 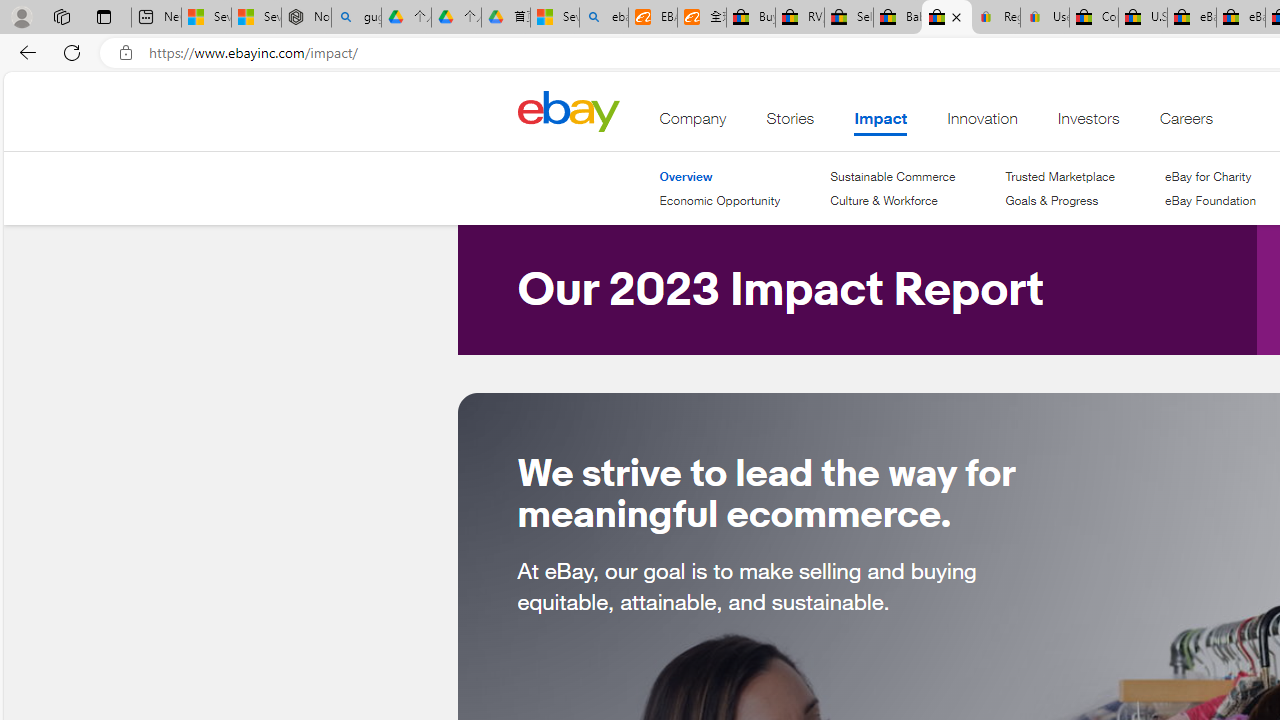 What do you see at coordinates (896, 17) in the screenshot?
I see `'Baby Keepsakes & Announcements for sale | eBay'` at bounding box center [896, 17].